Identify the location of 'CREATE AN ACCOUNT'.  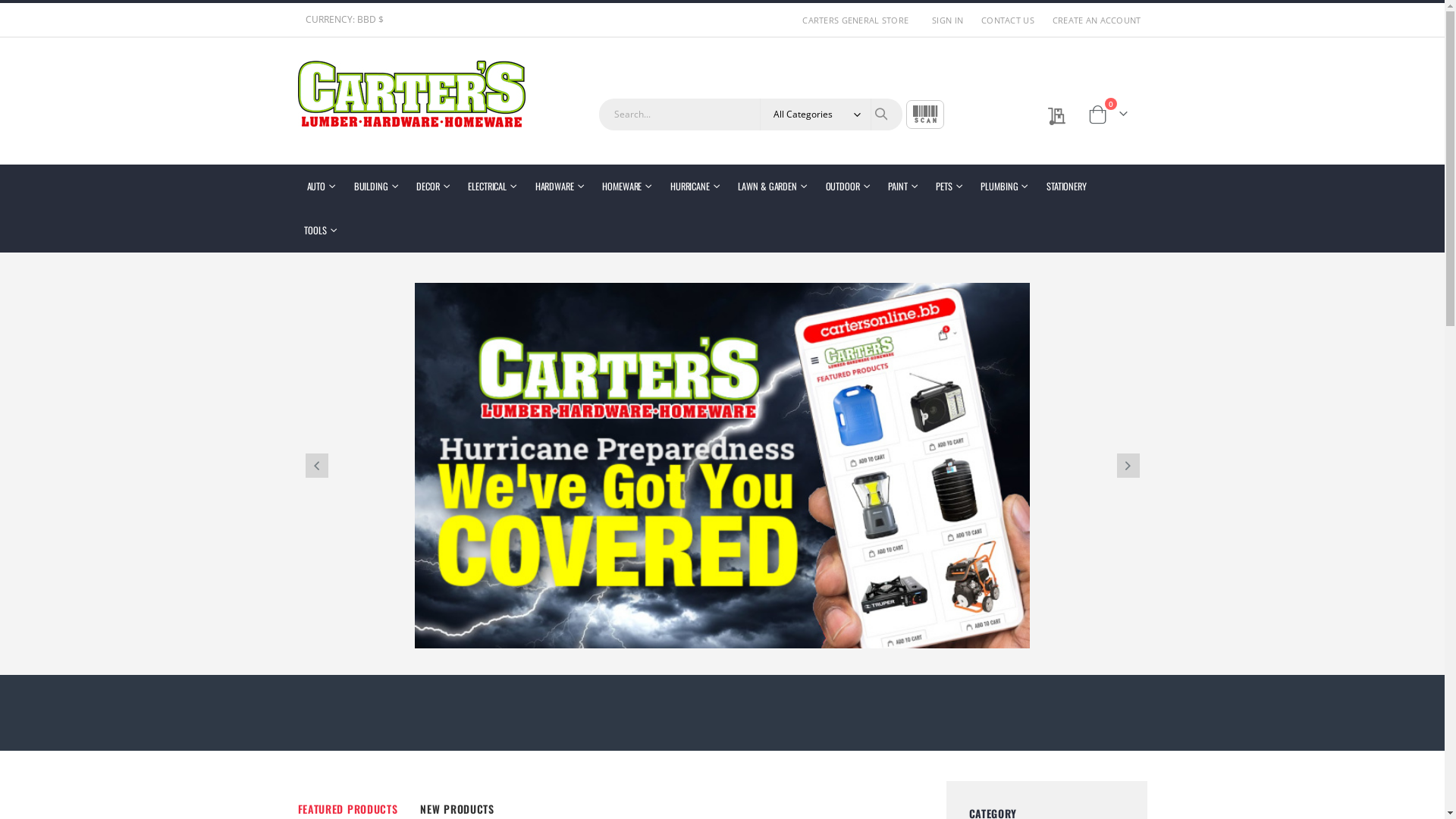
(1094, 20).